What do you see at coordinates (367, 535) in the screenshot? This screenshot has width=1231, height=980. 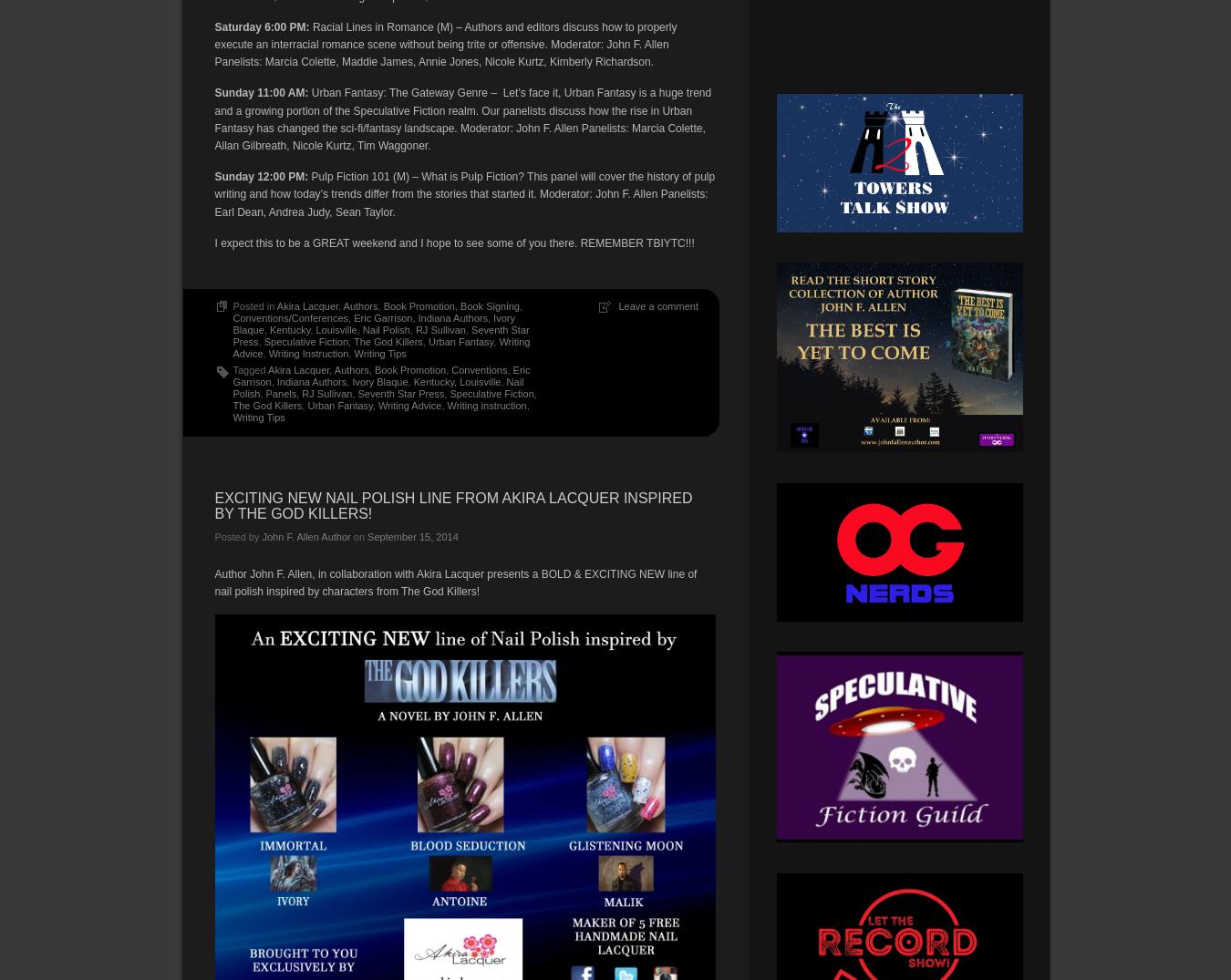 I see `'September 15, 2014'` at bounding box center [367, 535].